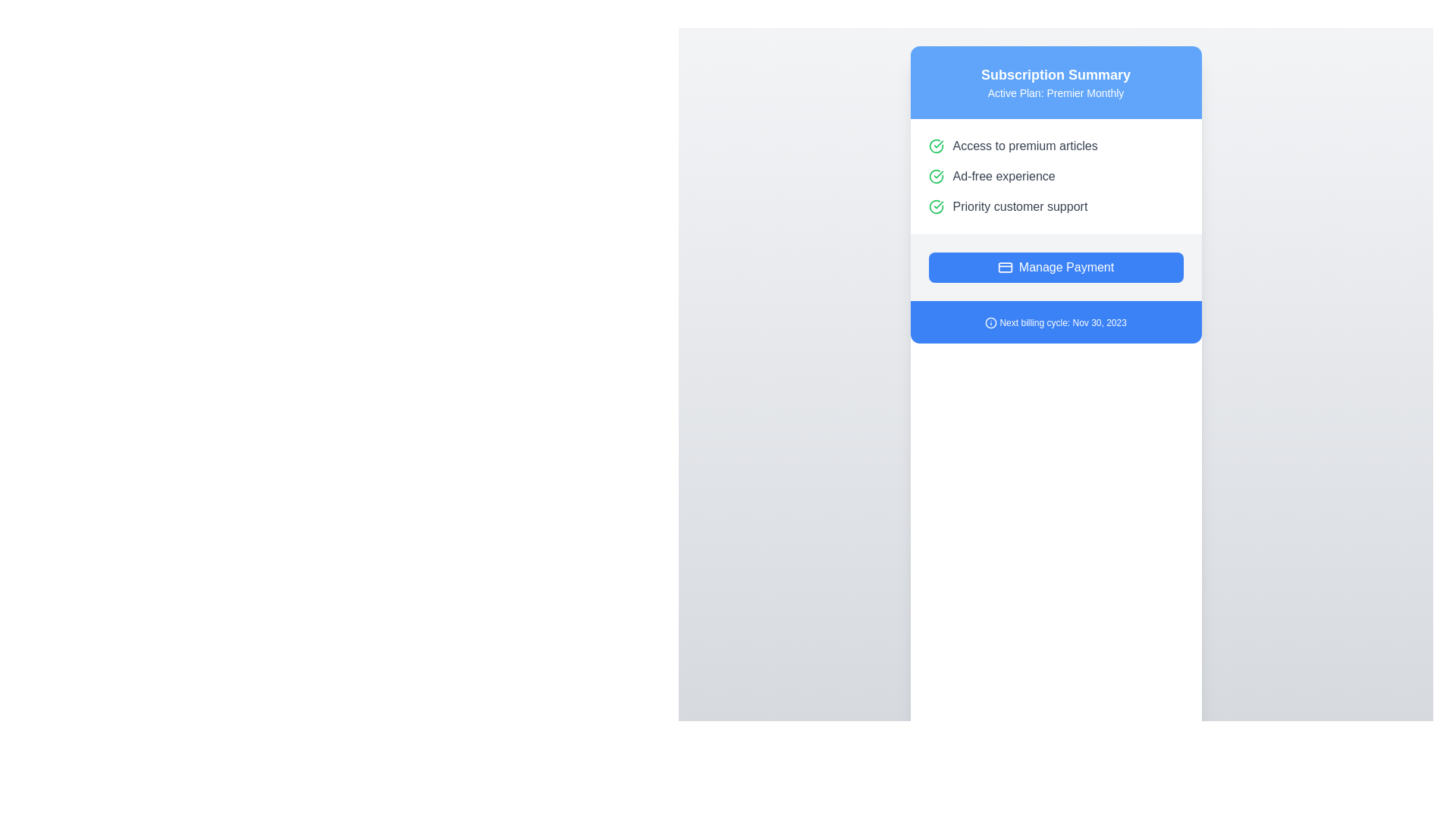 The width and height of the screenshot is (1456, 819). What do you see at coordinates (935, 175) in the screenshot?
I see `the confirmation icon that indicates success for the 'Ad-free experience' text, located to the left of it in the 'Subscription Summary' section` at bounding box center [935, 175].